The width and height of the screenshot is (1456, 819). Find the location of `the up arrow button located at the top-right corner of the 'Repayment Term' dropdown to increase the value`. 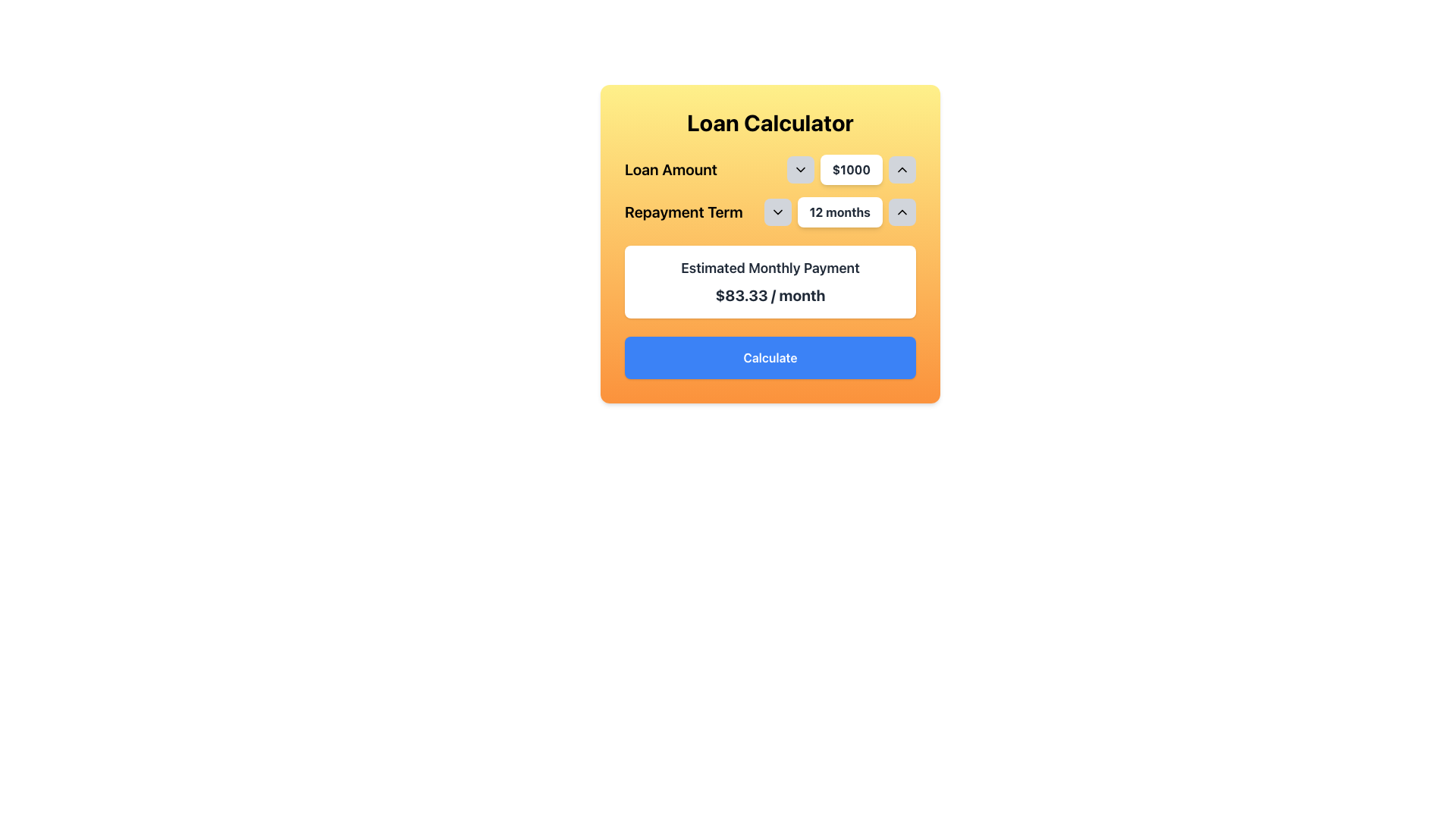

the up arrow button located at the top-right corner of the 'Repayment Term' dropdown to increase the value is located at coordinates (902, 212).